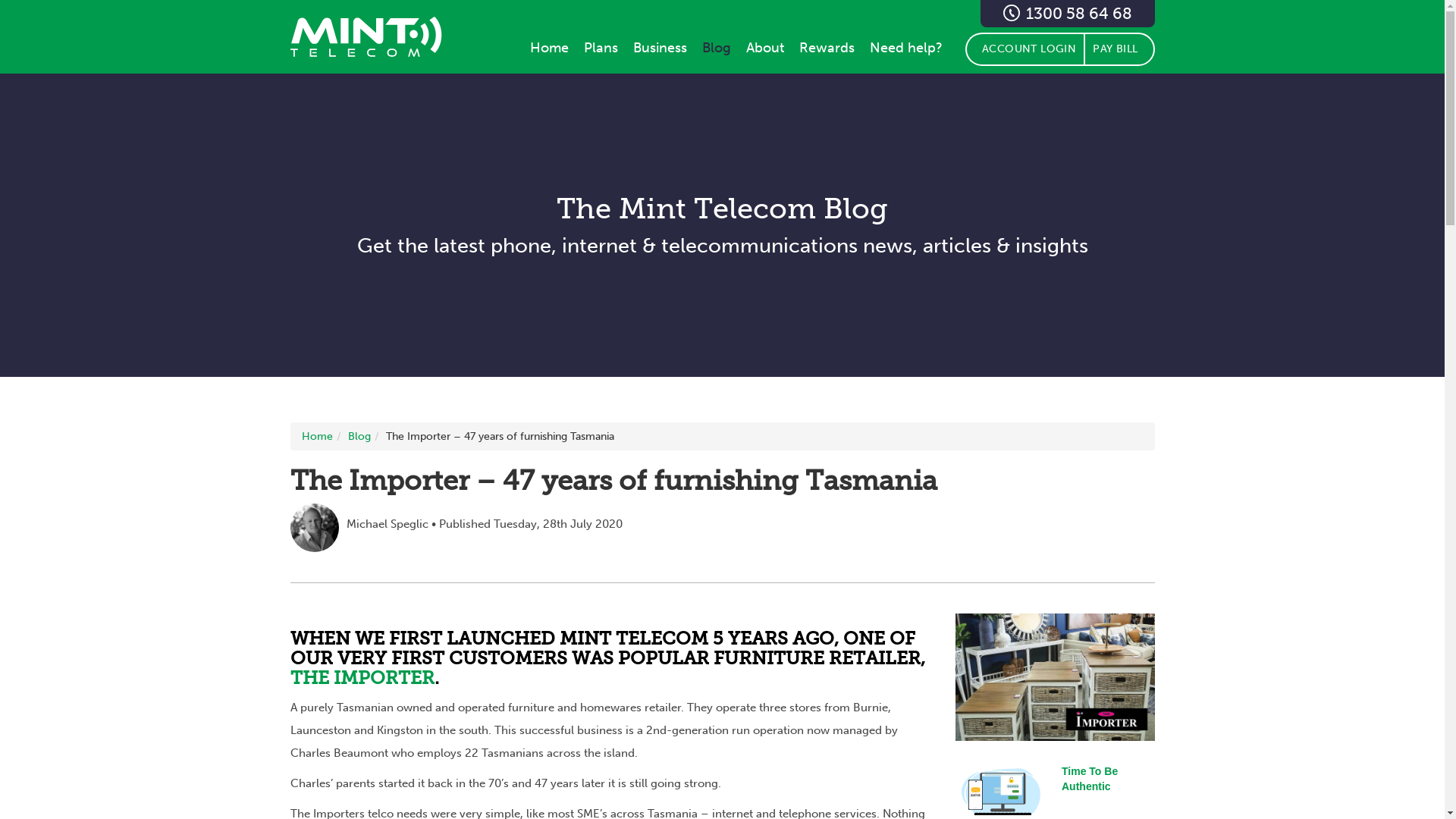 The image size is (1456, 819). Describe the element at coordinates (360, 676) in the screenshot. I see `'THE IMPORTER'` at that location.